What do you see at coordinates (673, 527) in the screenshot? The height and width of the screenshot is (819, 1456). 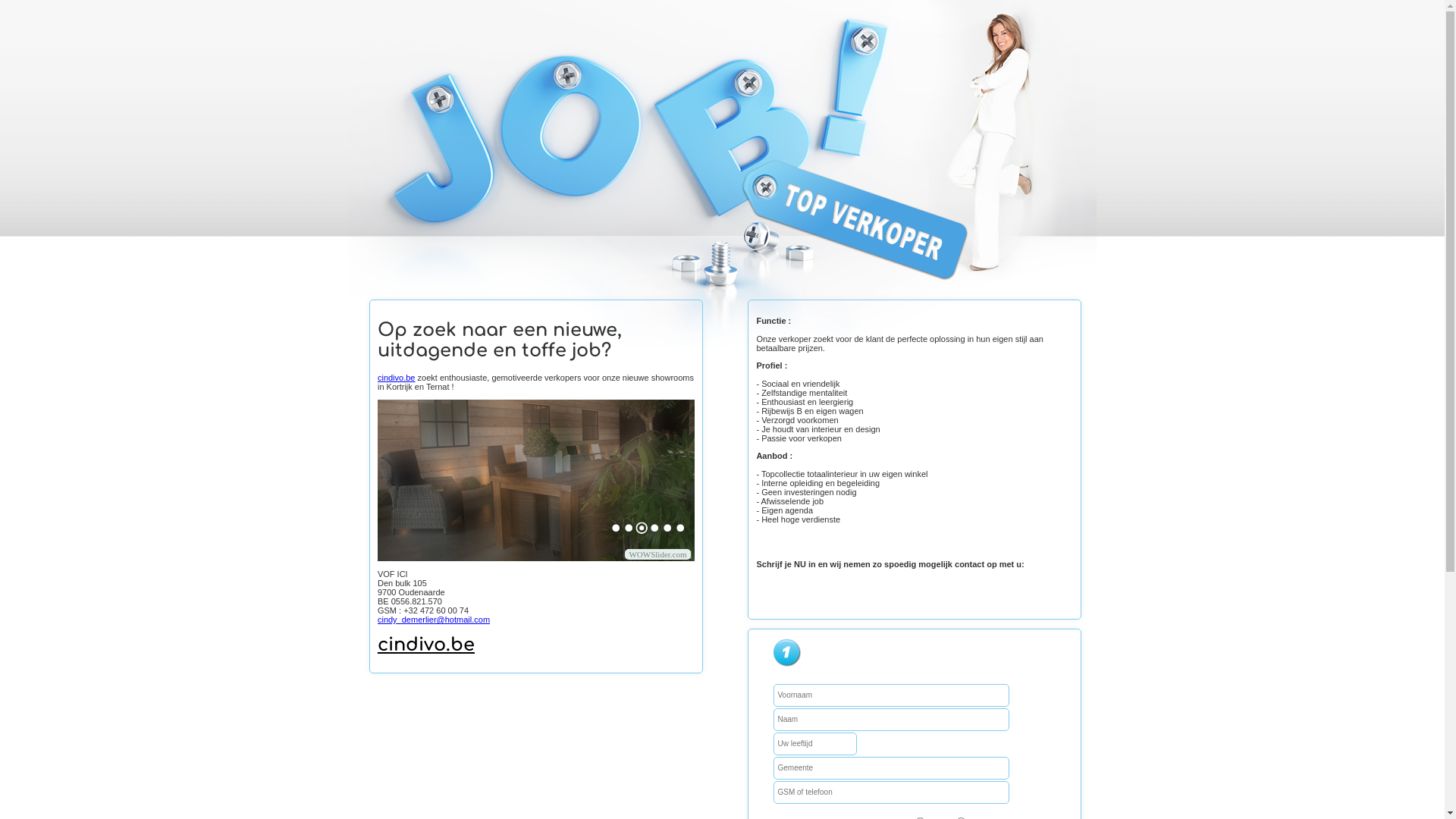 I see `'6'` at bounding box center [673, 527].